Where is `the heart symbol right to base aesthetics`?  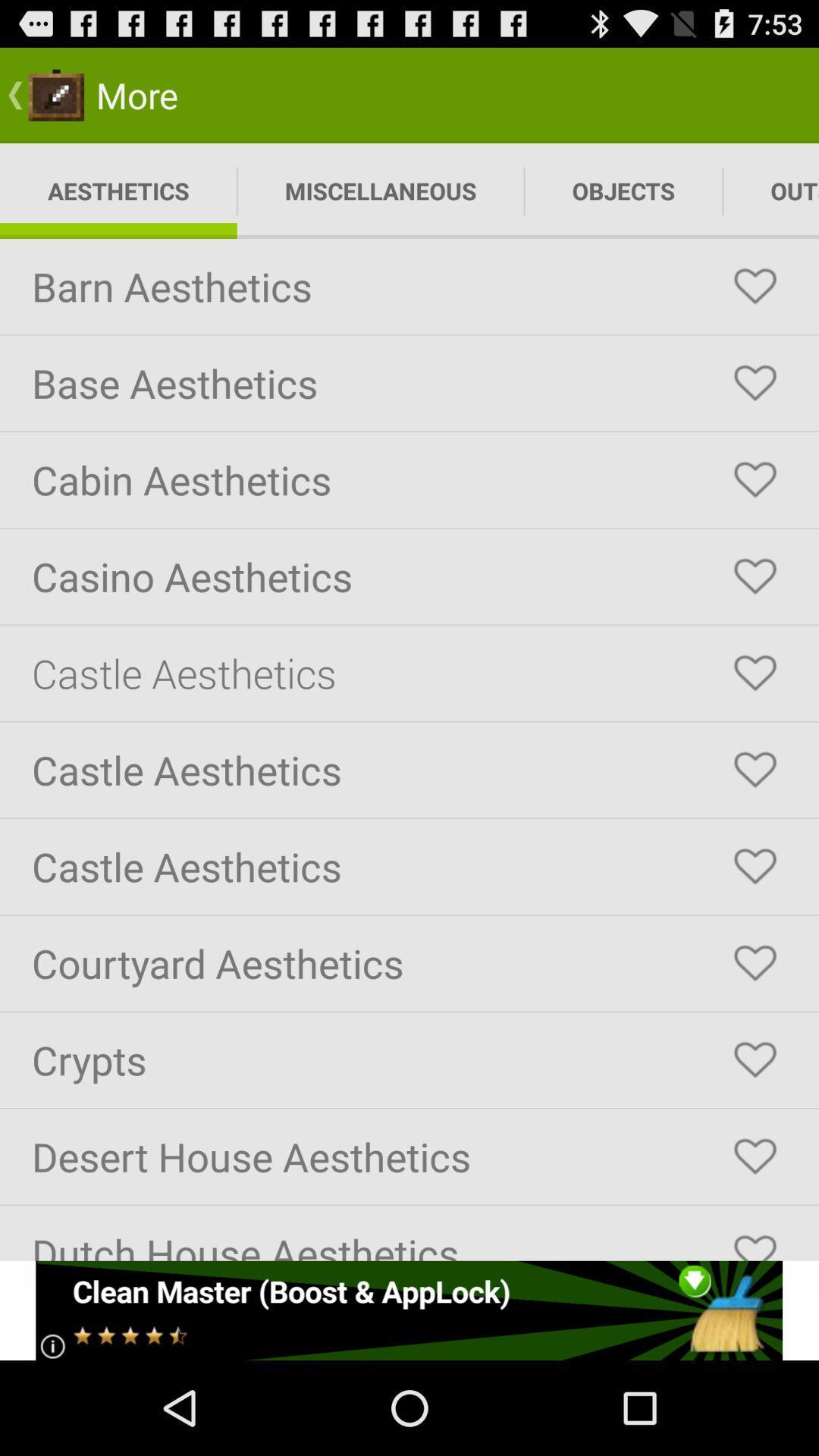
the heart symbol right to base aesthetics is located at coordinates (755, 383).